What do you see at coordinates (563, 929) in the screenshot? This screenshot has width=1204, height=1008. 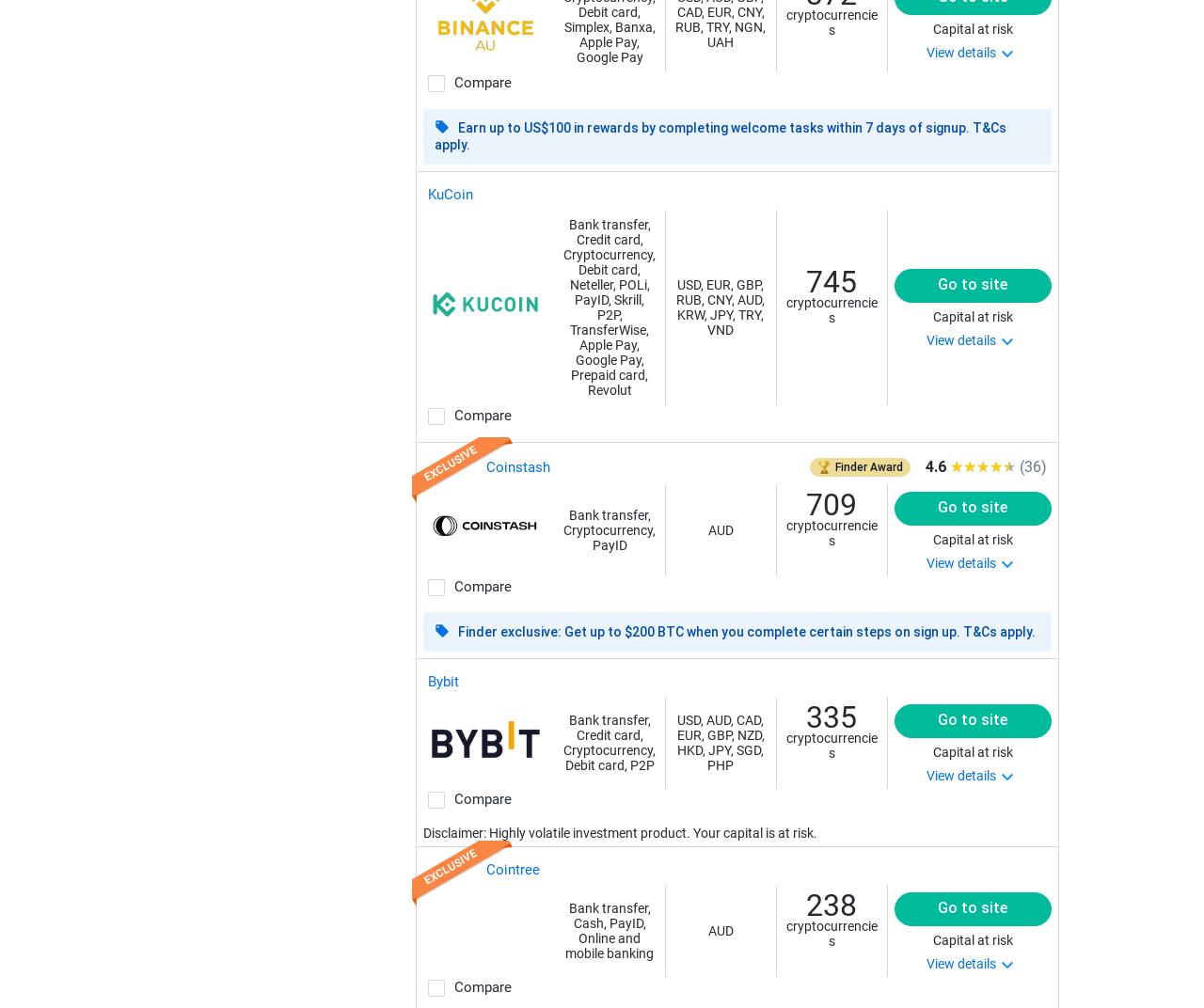 I see `'Bank transfer,           Cash,           PayID,          Online and mobile banking'` at bounding box center [563, 929].